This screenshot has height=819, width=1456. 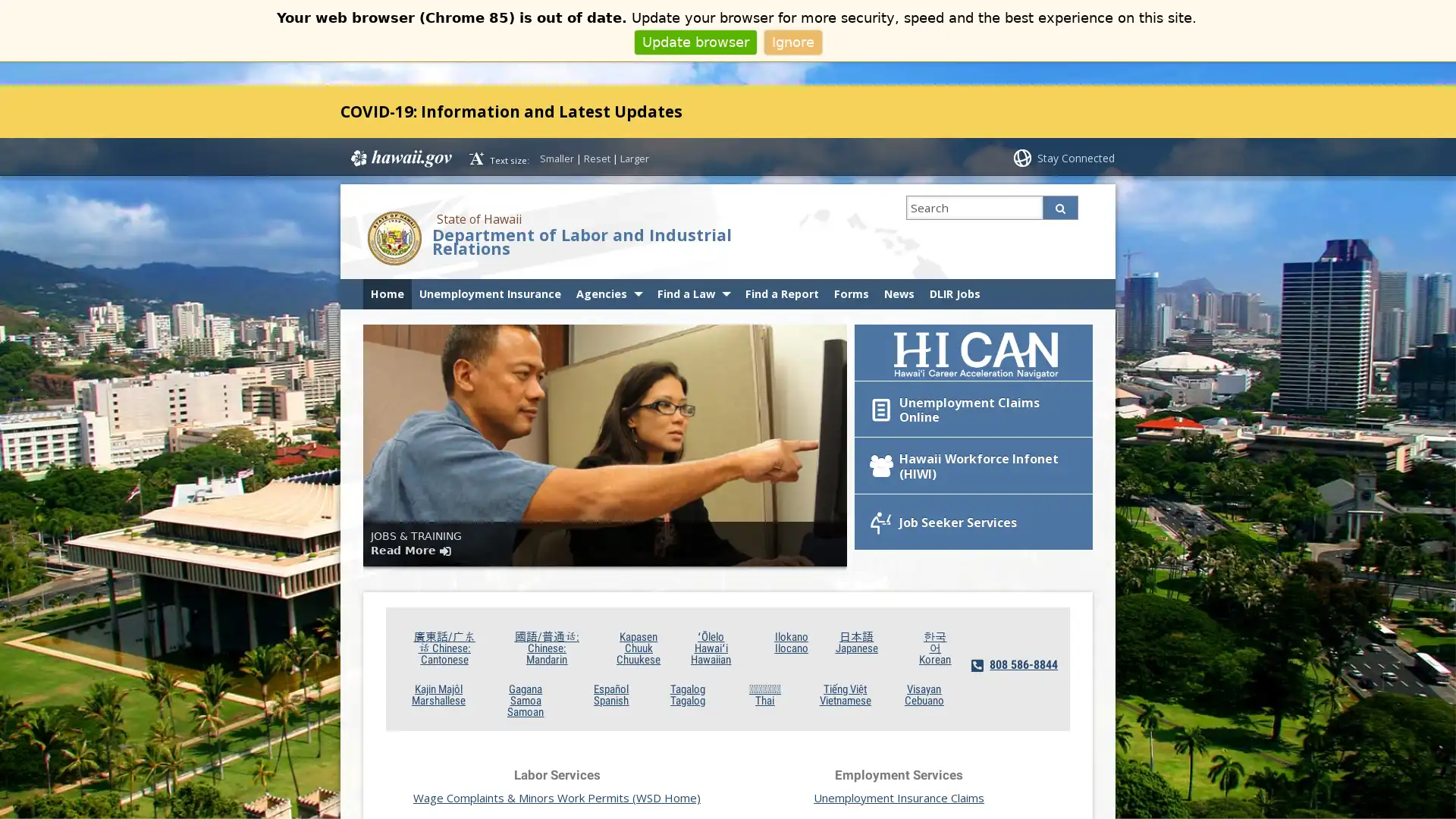 What do you see at coordinates (792, 41) in the screenshot?
I see `Ignore` at bounding box center [792, 41].